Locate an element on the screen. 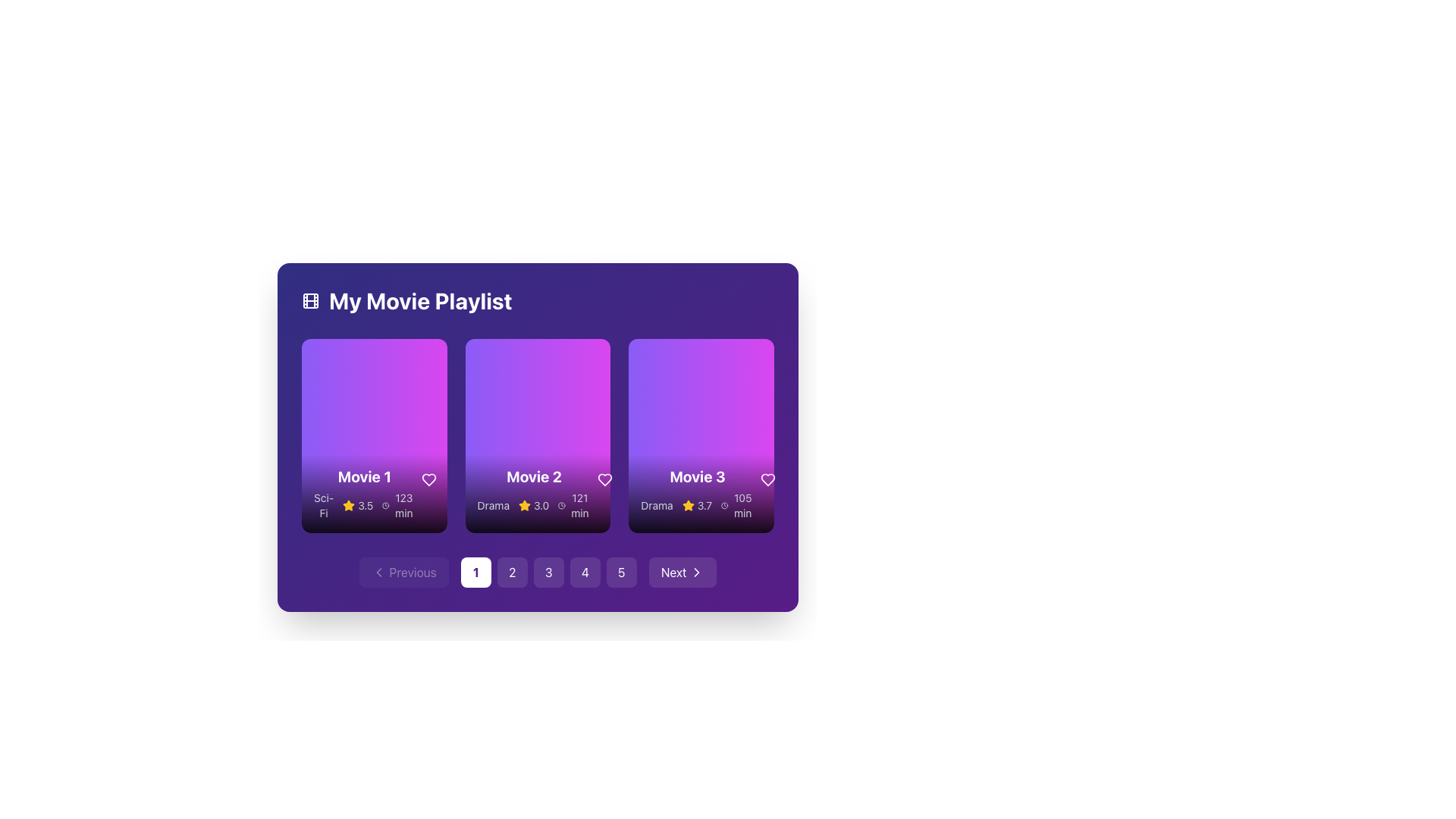  the text element specifying the duration of 'Movie 1', which is located to the right of the star rating '3.5' and the yellow star icon in the 'My Movie Playlist' interface is located at coordinates (399, 506).